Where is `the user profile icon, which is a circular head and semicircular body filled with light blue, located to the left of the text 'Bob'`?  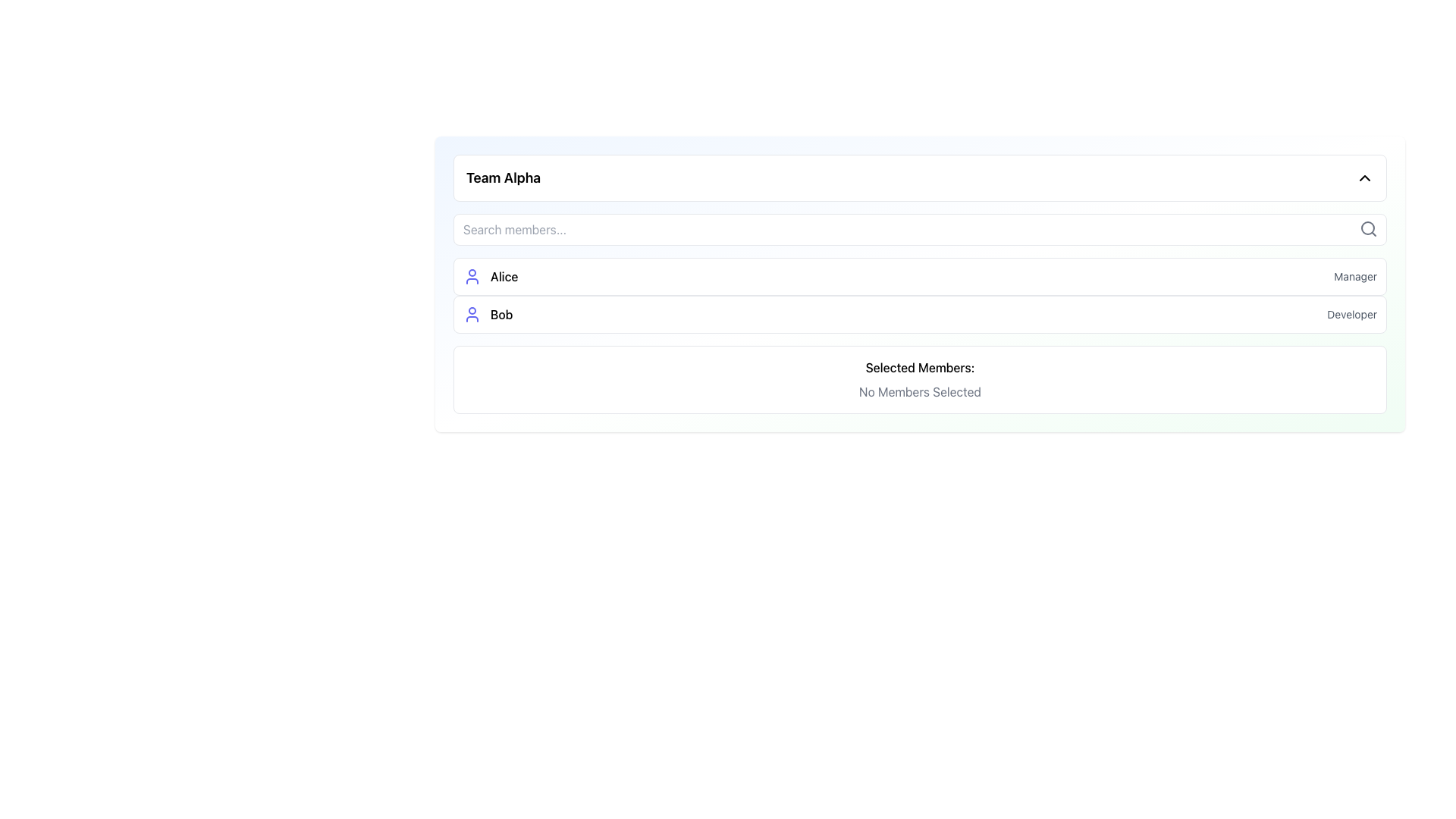
the user profile icon, which is a circular head and semicircular body filled with light blue, located to the left of the text 'Bob' is located at coordinates (472, 314).